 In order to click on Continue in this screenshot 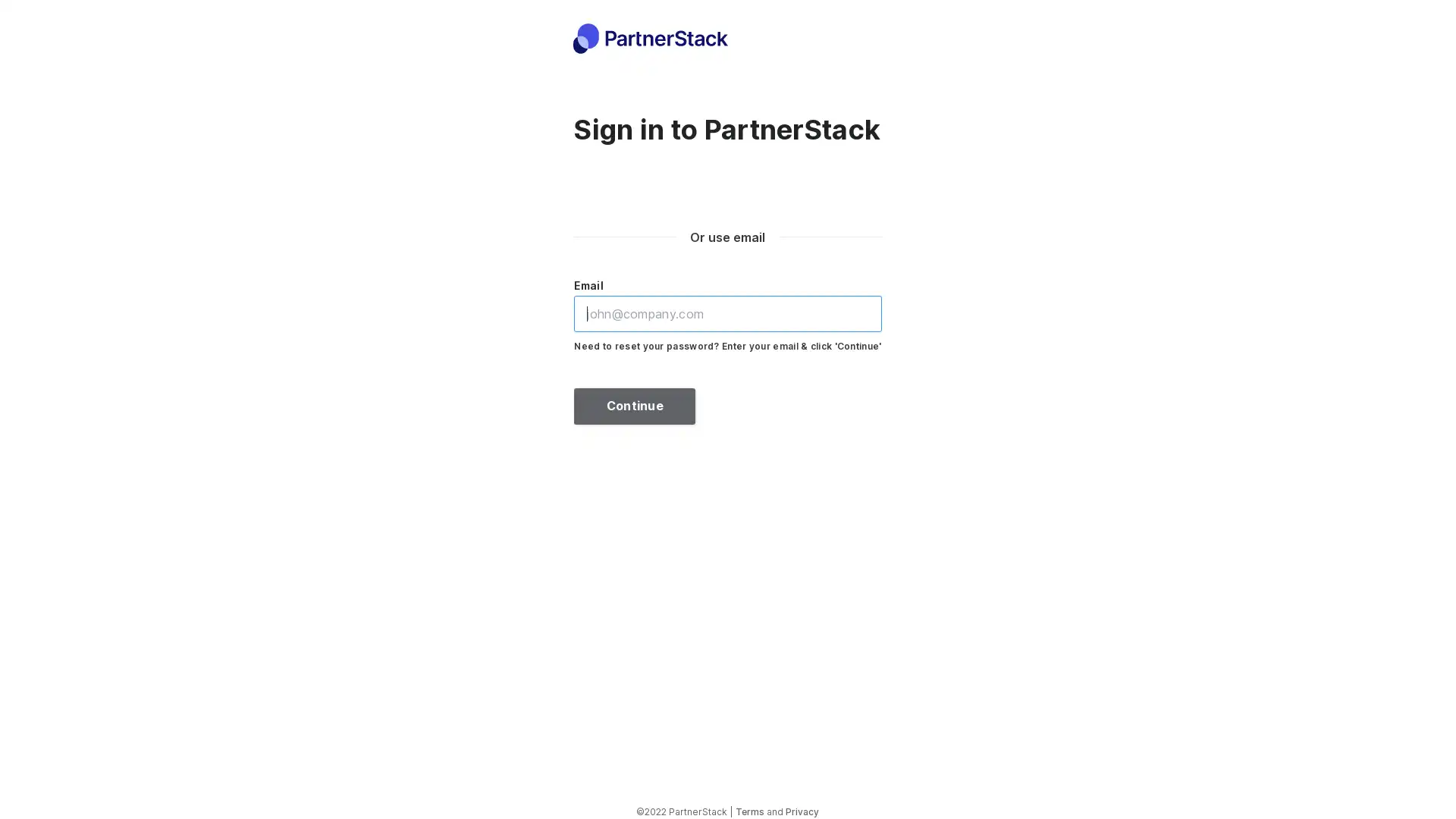, I will do `click(634, 444)`.